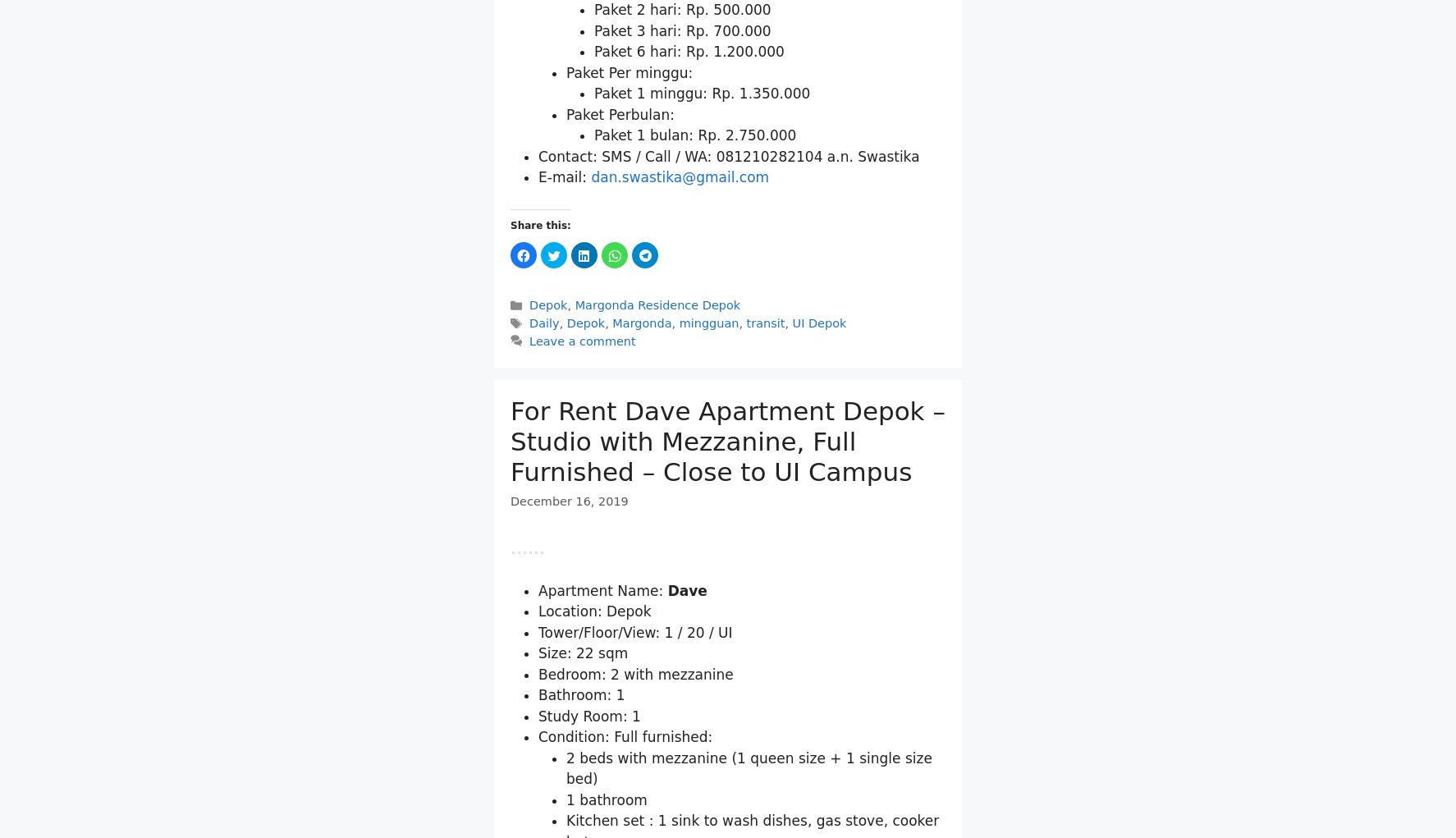 Image resolution: width=1456 pixels, height=838 pixels. Describe the element at coordinates (819, 514) in the screenshot. I see `'UI Depok'` at that location.